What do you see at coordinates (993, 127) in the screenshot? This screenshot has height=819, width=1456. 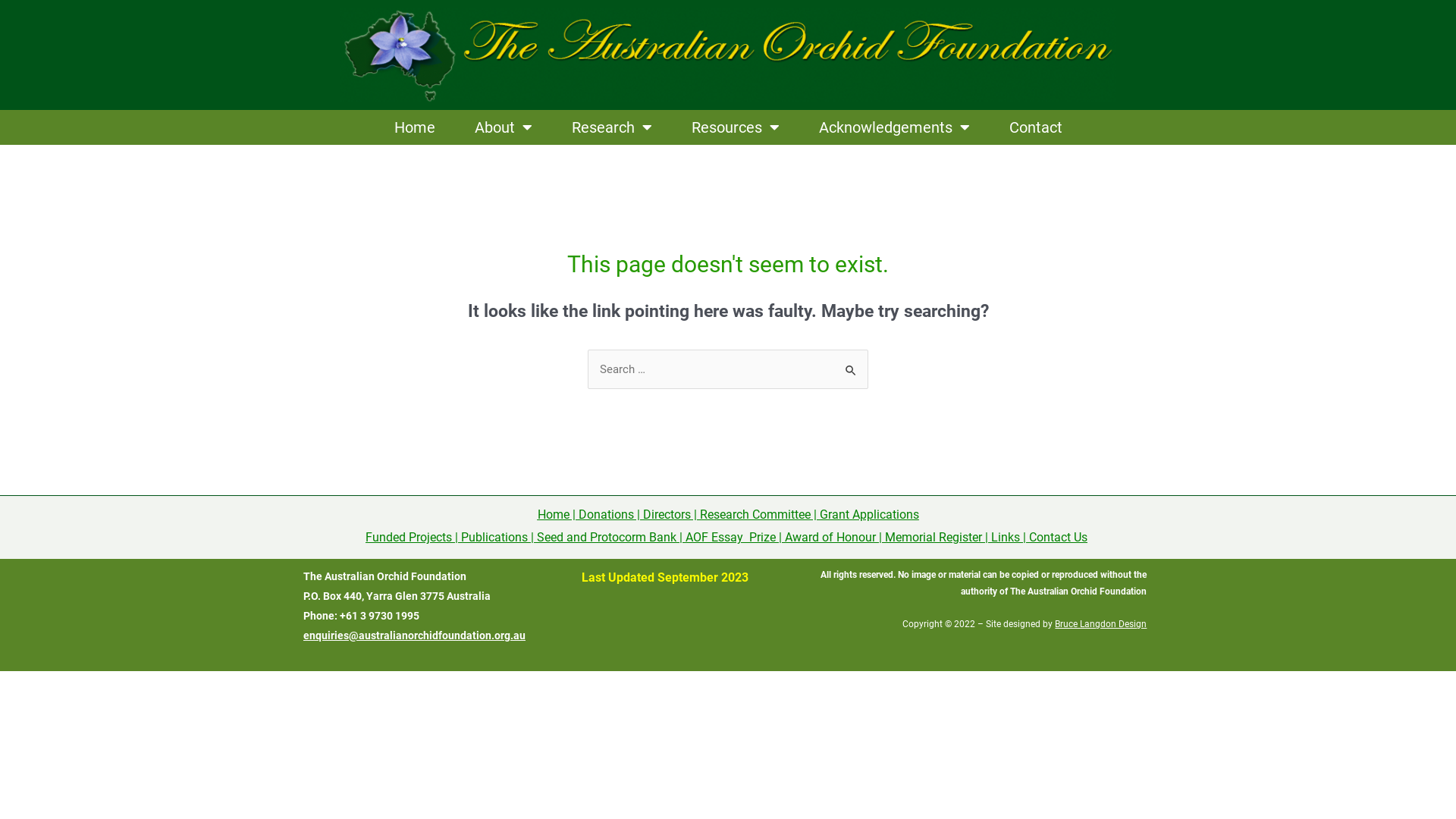 I see `'Contact'` at bounding box center [993, 127].